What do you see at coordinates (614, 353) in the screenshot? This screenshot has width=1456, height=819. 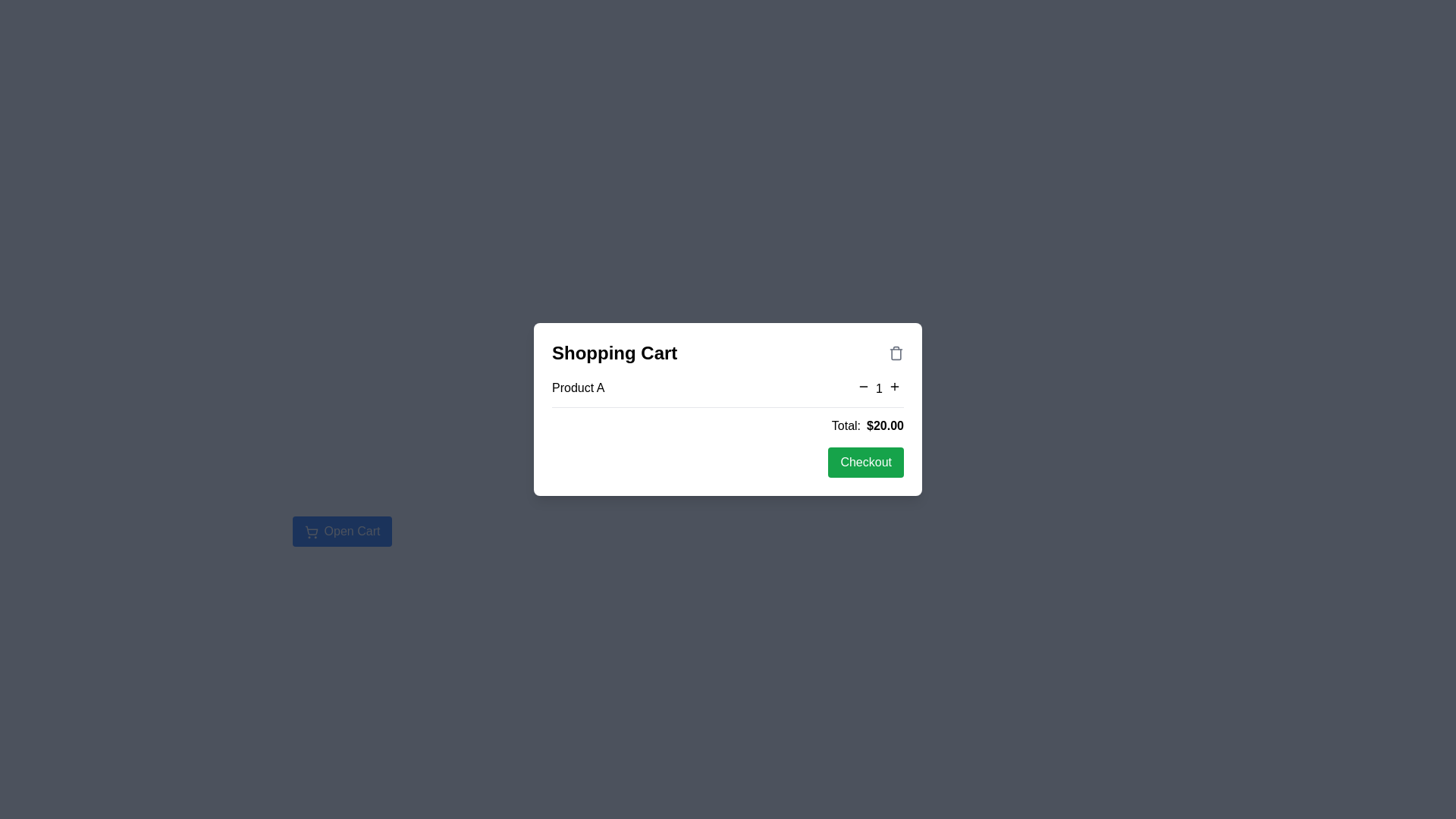 I see `the static text heading located in the top-left corner of the white card interface, which serves as the title for the section below` at bounding box center [614, 353].